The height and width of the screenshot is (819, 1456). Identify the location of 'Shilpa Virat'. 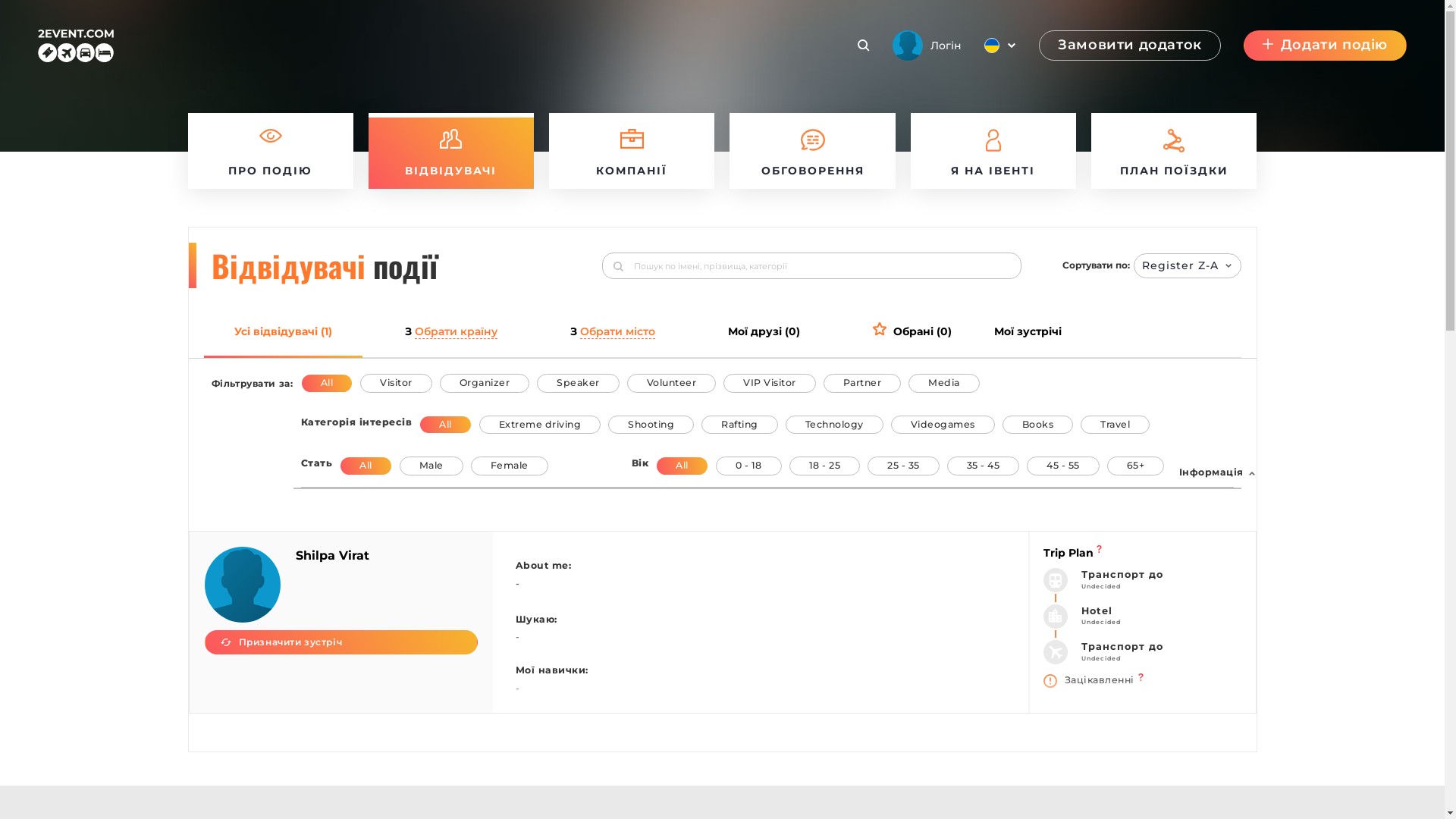
(331, 555).